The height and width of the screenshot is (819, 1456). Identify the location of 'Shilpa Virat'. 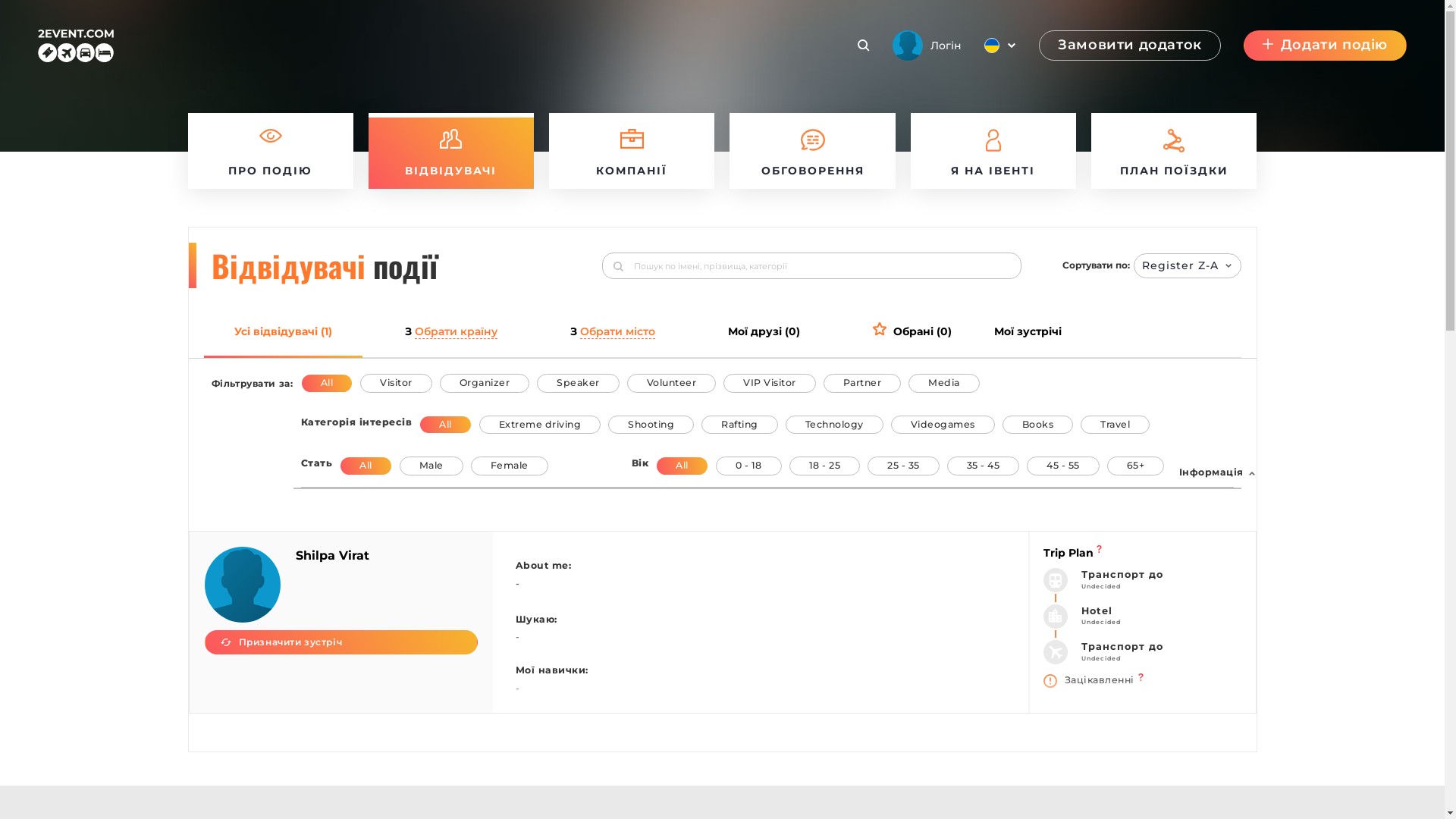
(331, 555).